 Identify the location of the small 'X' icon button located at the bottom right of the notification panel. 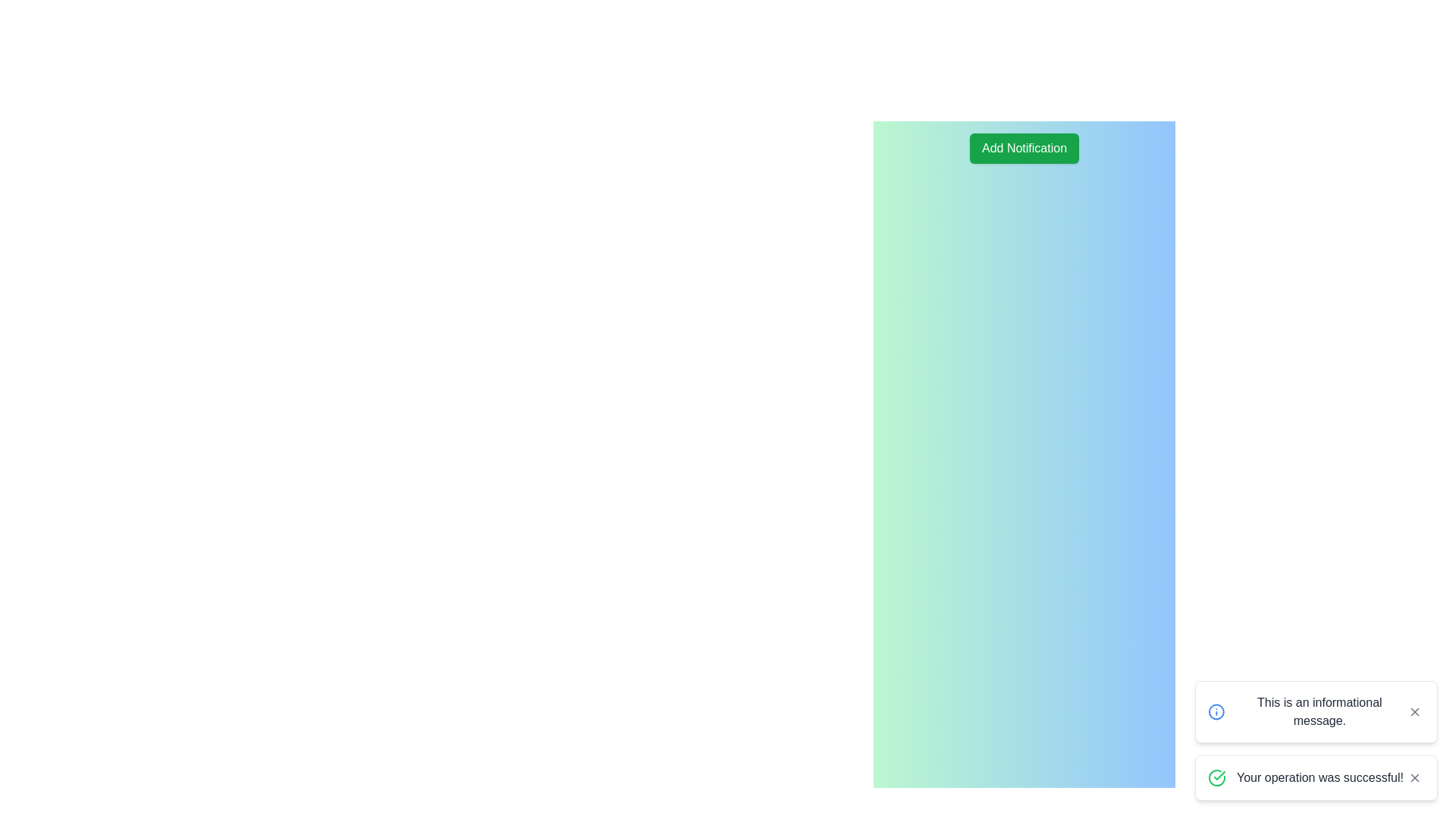
(1414, 778).